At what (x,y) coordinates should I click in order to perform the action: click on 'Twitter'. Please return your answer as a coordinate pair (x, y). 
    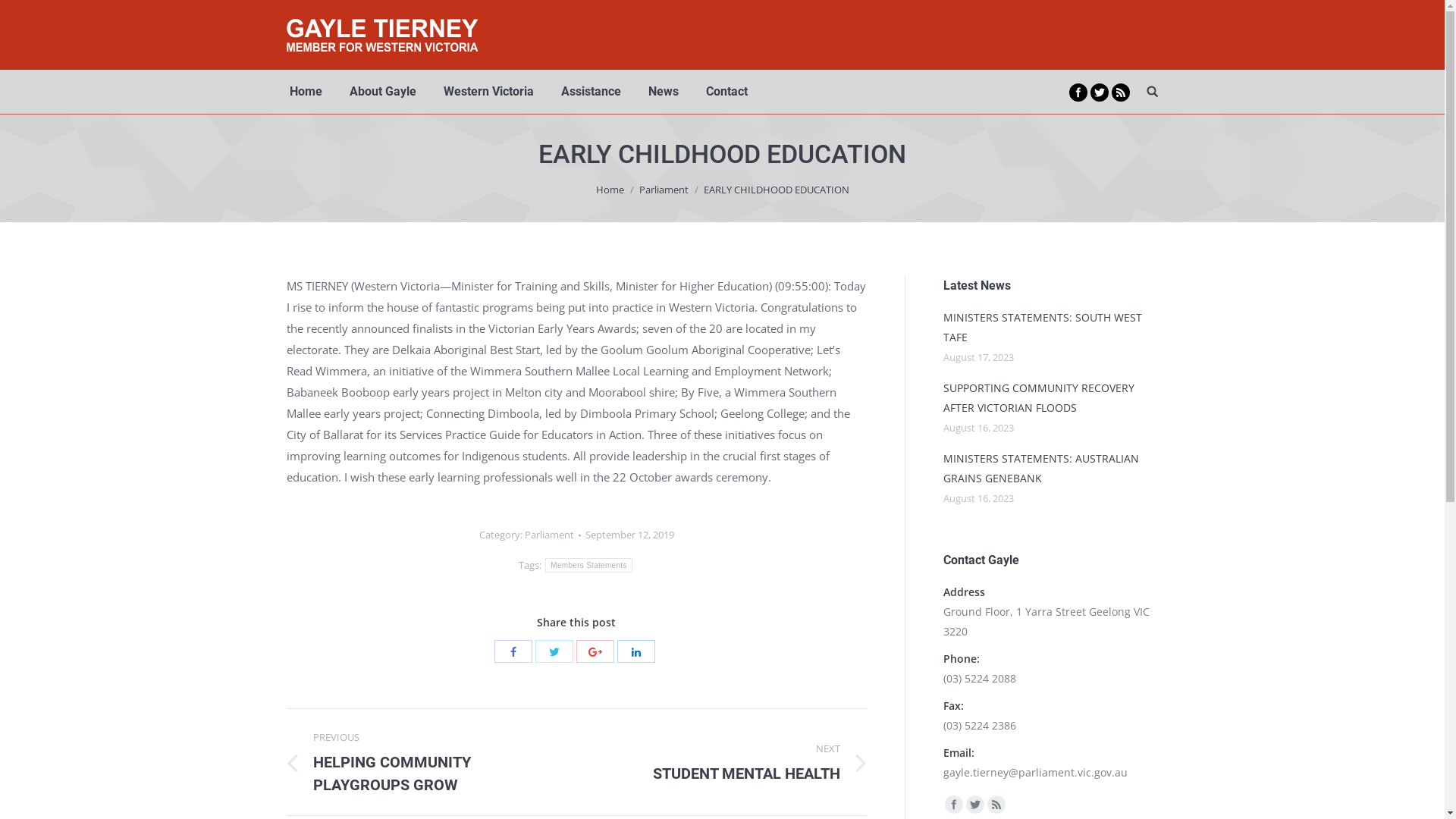
    Looking at the image, I should click on (1099, 93).